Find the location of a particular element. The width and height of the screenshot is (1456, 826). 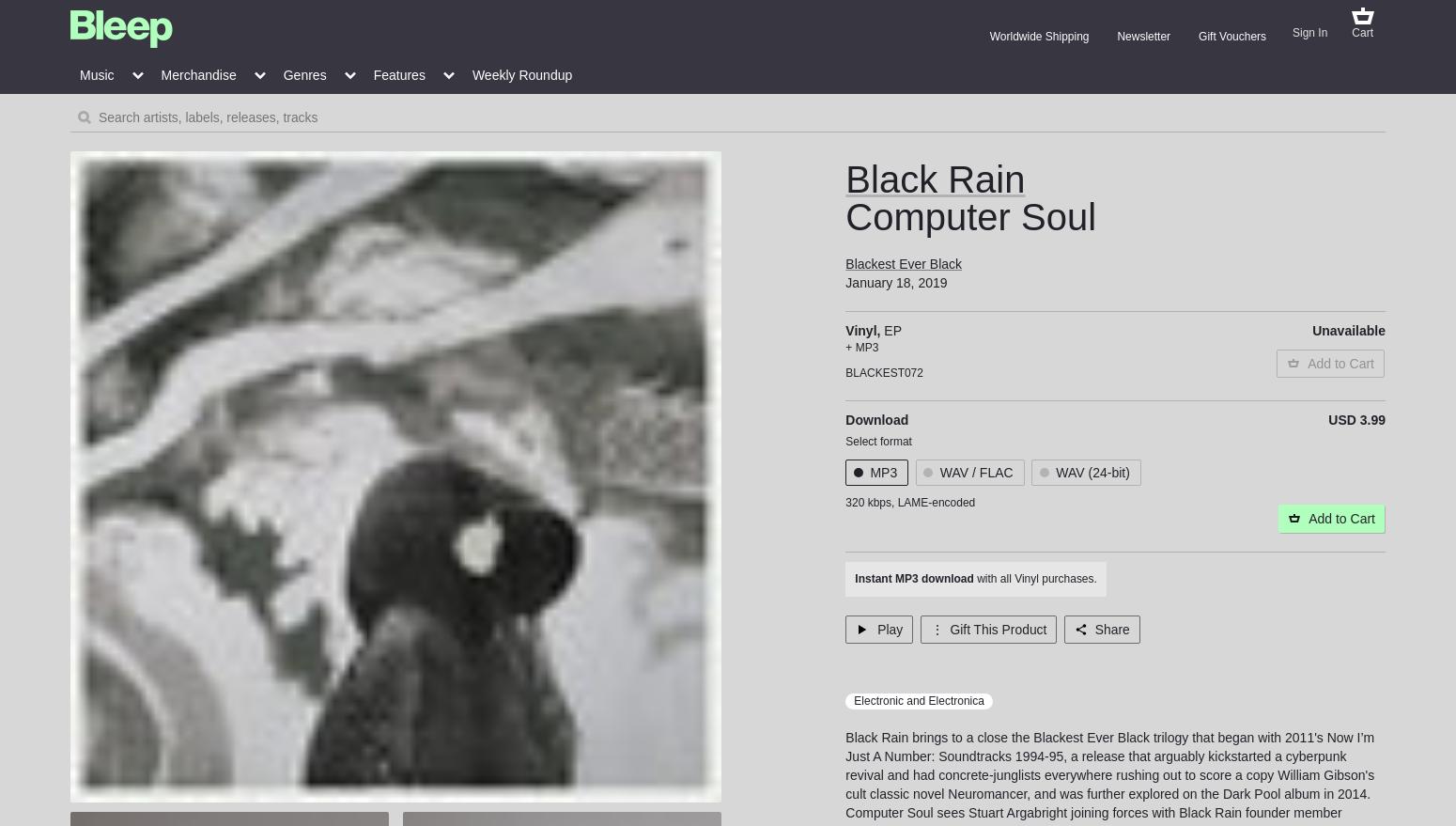

'Features' is located at coordinates (372, 74).